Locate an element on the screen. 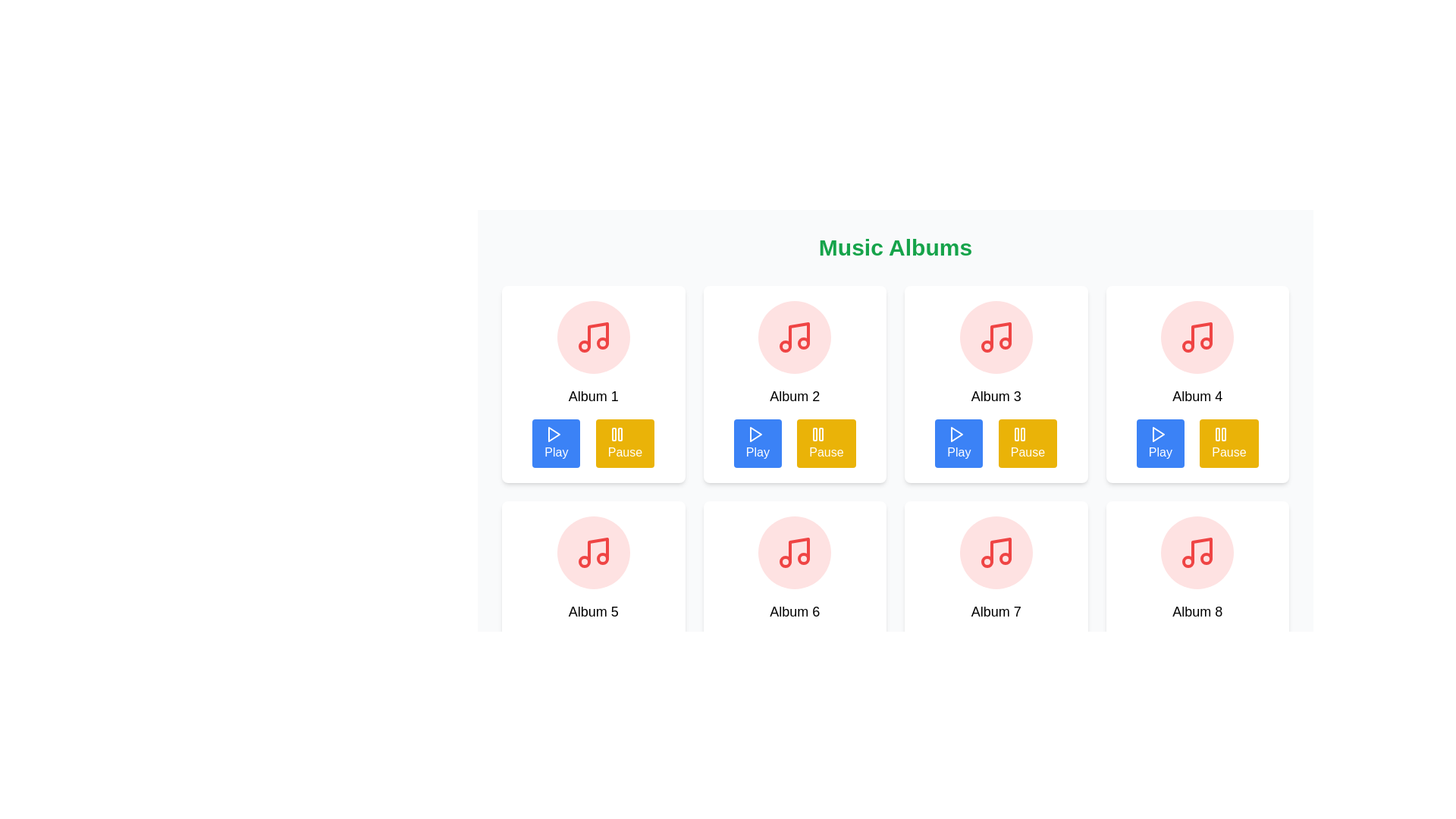 The width and height of the screenshot is (1456, 819). the 'Pause' button in the Button group located within the 'Album 4' content card is located at coordinates (1197, 444).